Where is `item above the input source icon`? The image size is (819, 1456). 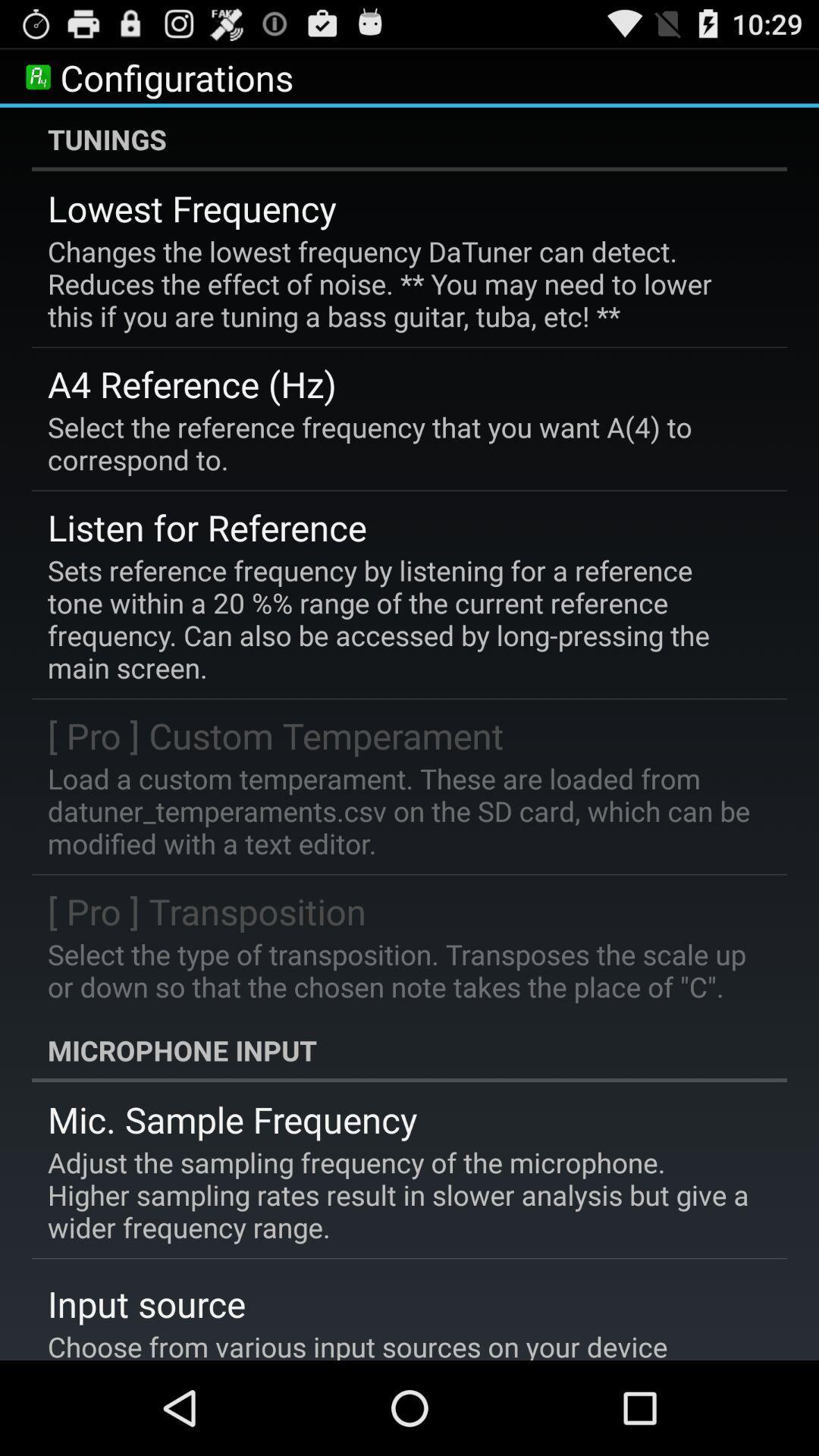
item above the input source icon is located at coordinates (398, 1194).